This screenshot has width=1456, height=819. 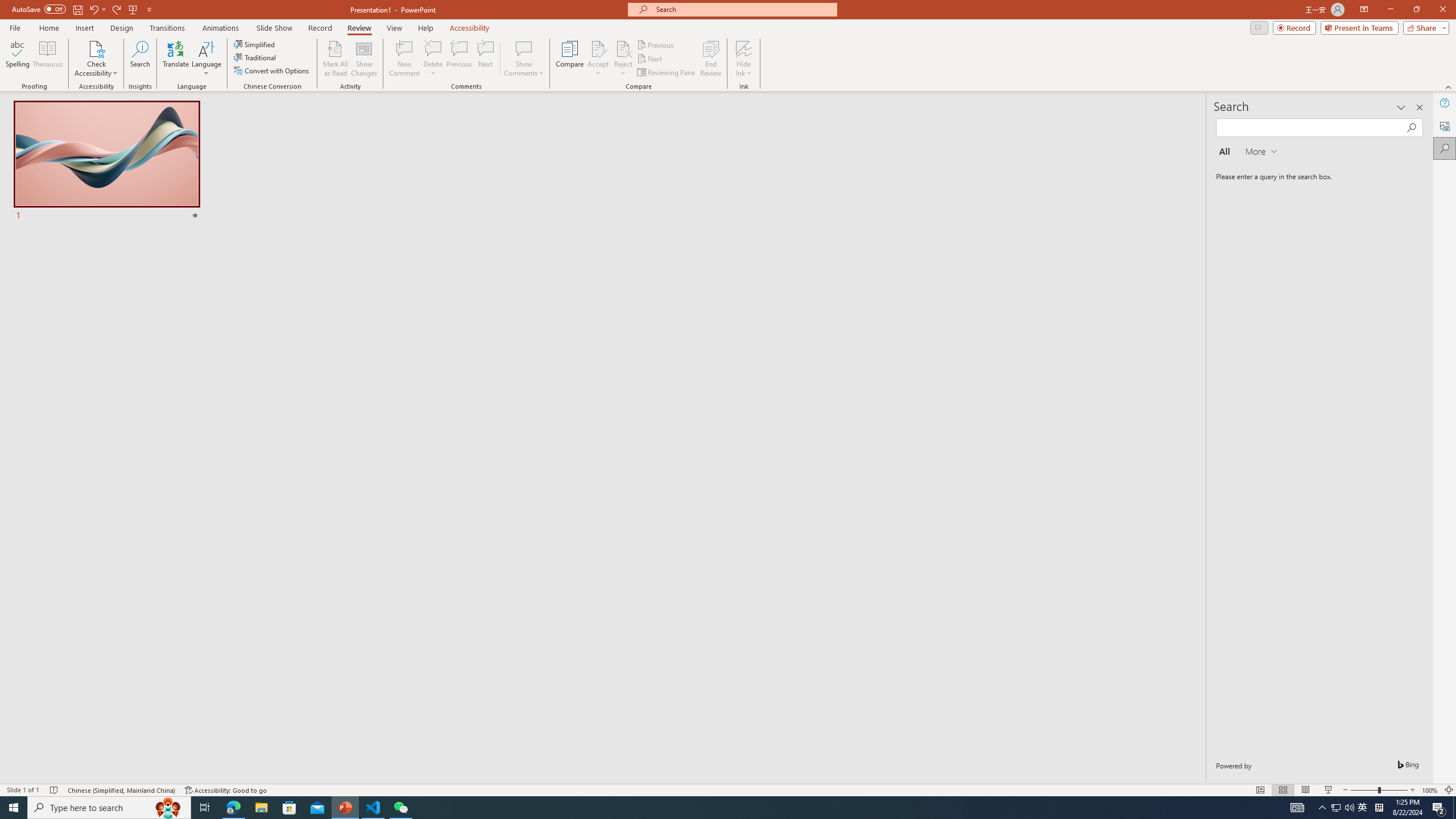 What do you see at coordinates (666, 72) in the screenshot?
I see `'Reviewing Pane'` at bounding box center [666, 72].